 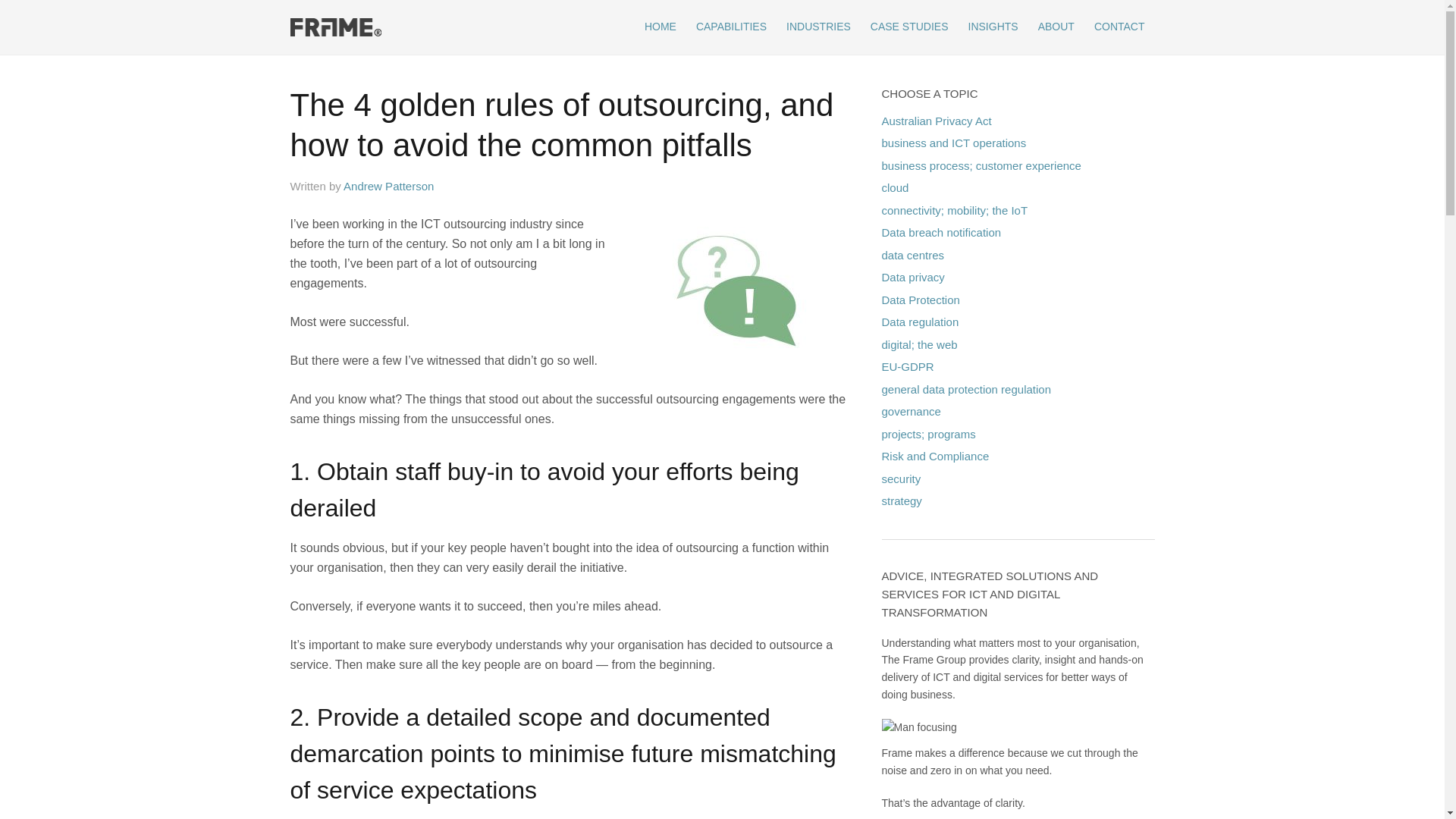 I want to click on 'data centres', so click(x=912, y=254).